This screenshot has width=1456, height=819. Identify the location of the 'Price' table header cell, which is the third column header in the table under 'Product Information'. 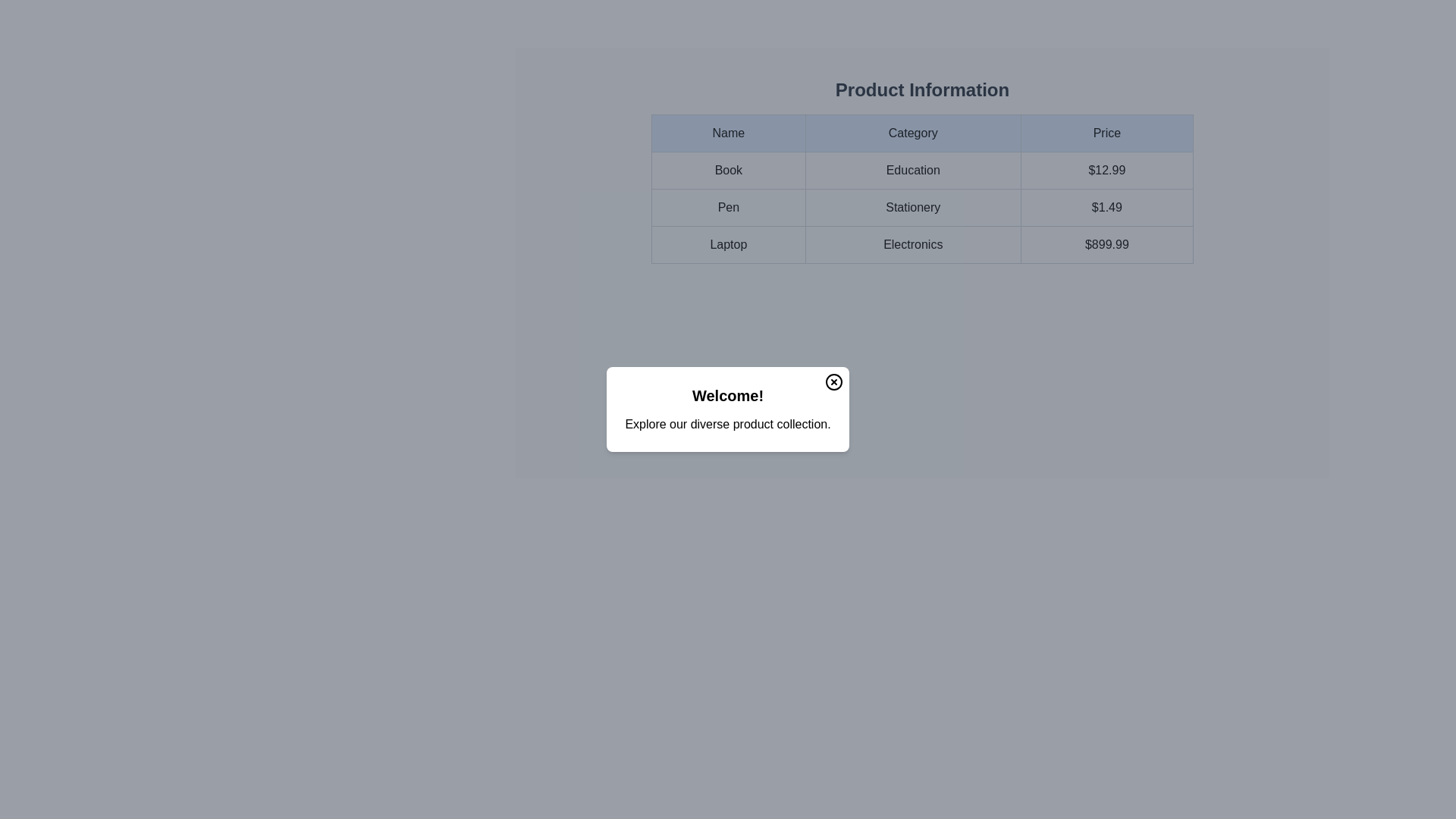
(1106, 133).